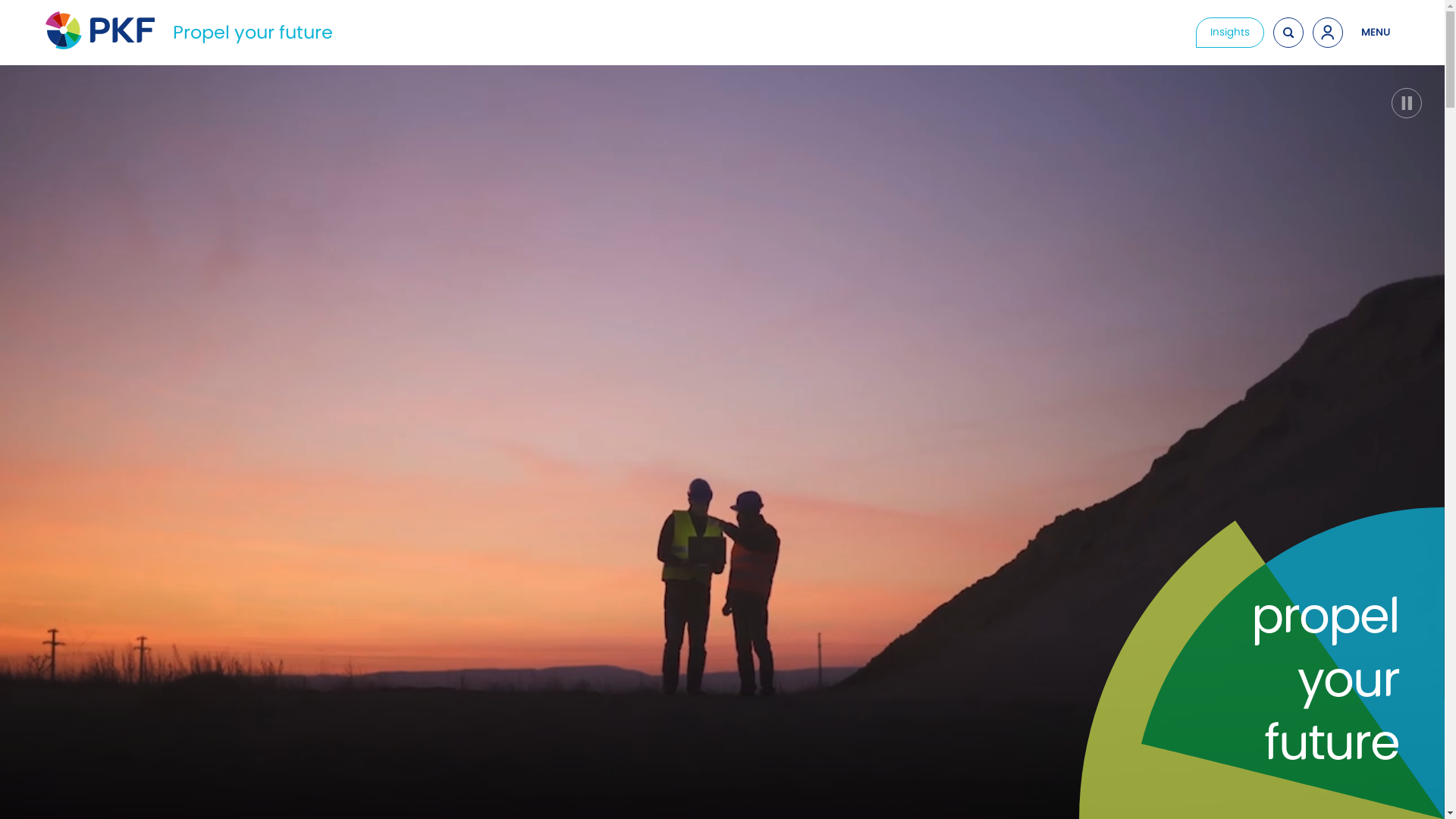 The width and height of the screenshot is (1456, 819). Describe the element at coordinates (1327, 32) in the screenshot. I see `'Access Client Portal'` at that location.